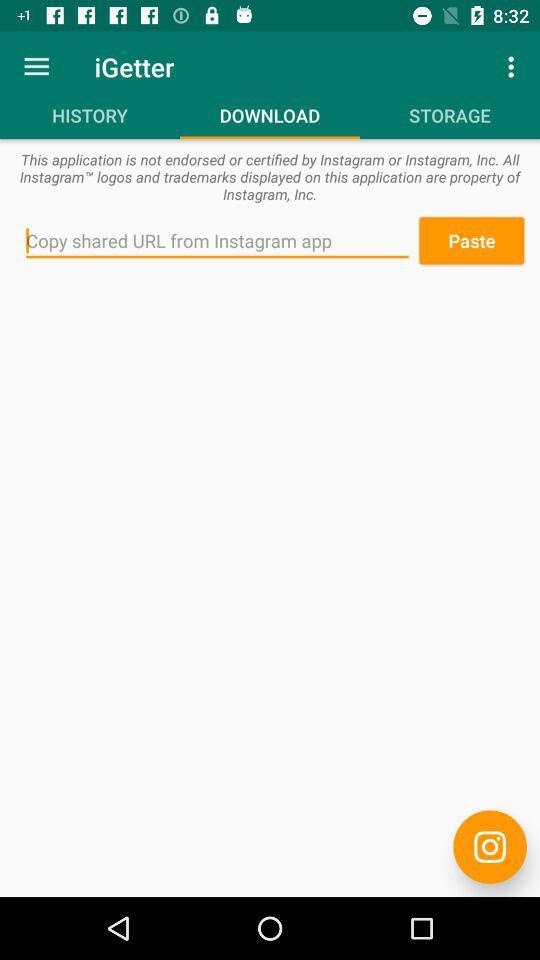 Image resolution: width=540 pixels, height=960 pixels. I want to click on the icon to the right of the igetter, so click(513, 66).